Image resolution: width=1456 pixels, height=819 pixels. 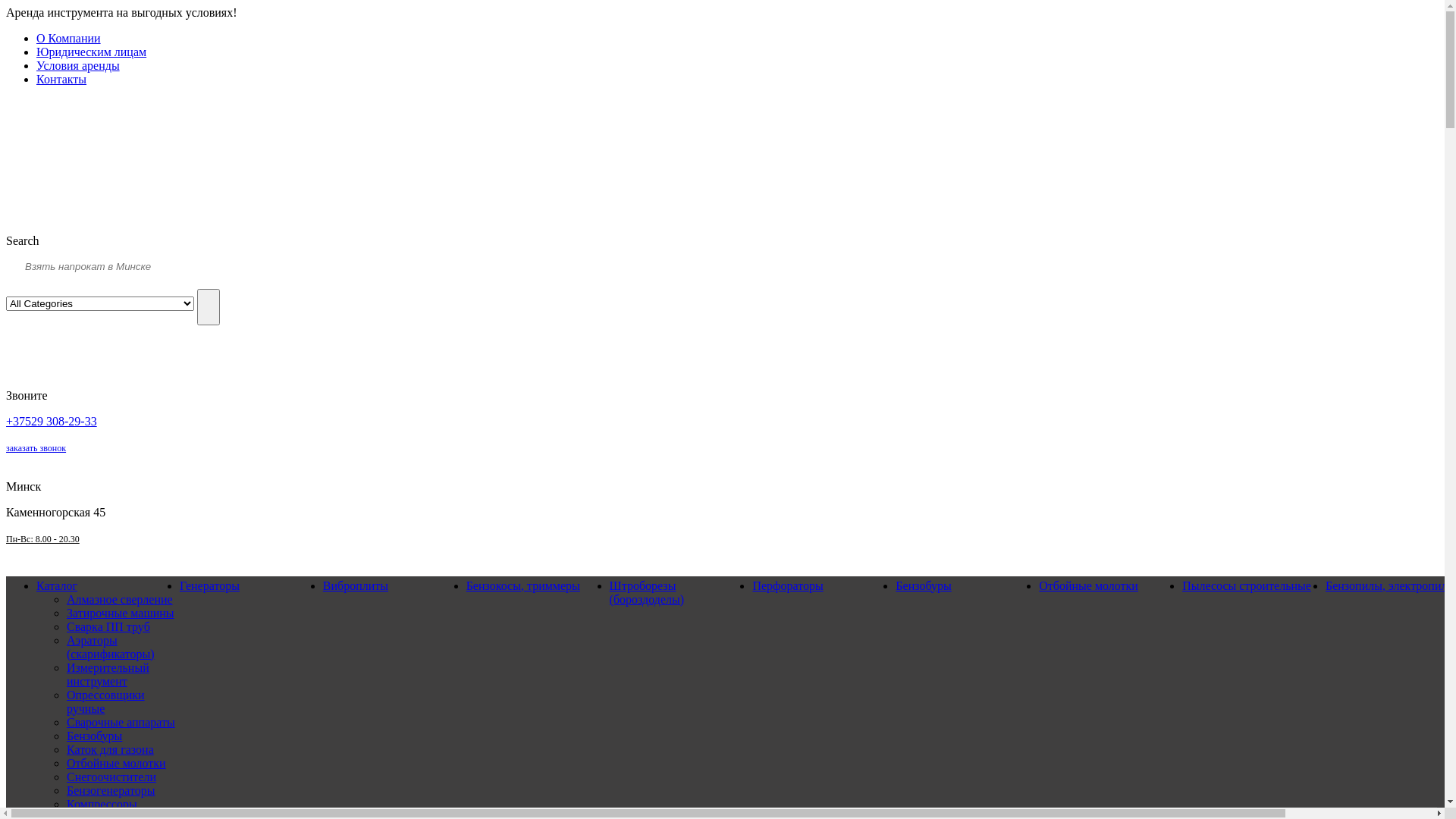 I want to click on 'Search', so click(x=207, y=306).